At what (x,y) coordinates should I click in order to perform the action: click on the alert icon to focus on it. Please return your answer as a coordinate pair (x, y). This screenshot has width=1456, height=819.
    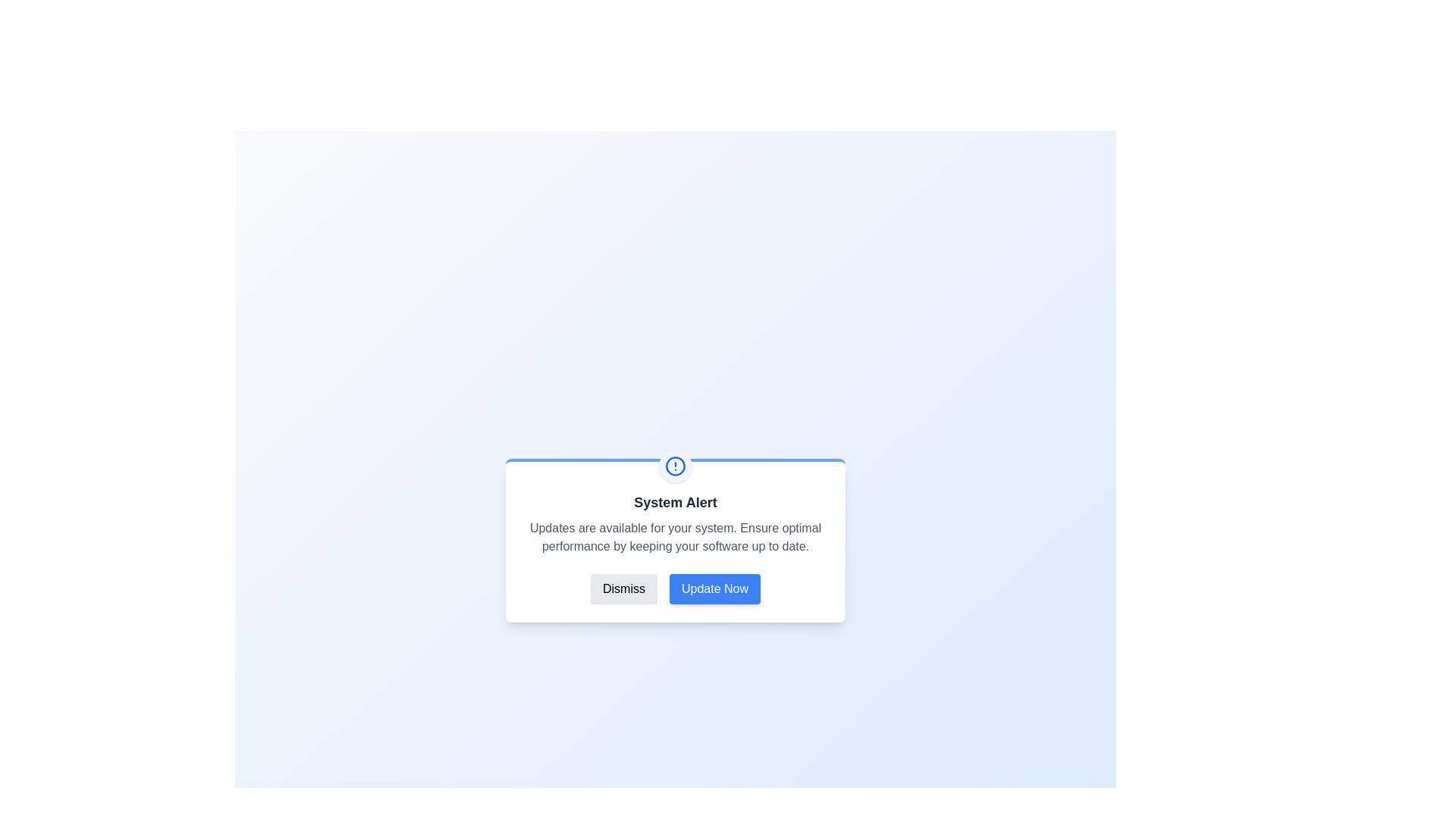
    Looking at the image, I should click on (675, 465).